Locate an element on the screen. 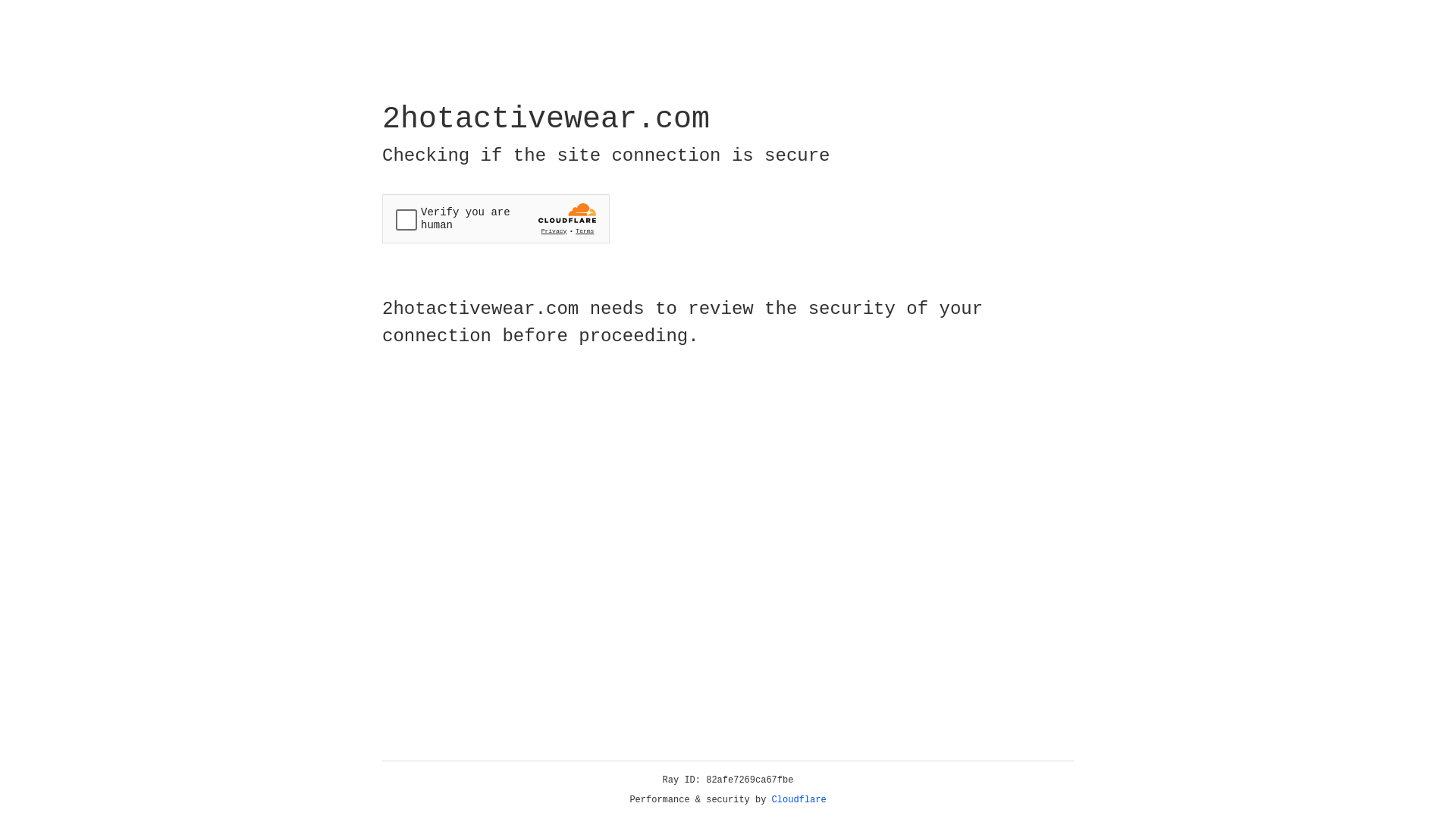 This screenshot has height=819, width=1456. 'Widget containing a Cloudflare security challenge' is located at coordinates (495, 218).